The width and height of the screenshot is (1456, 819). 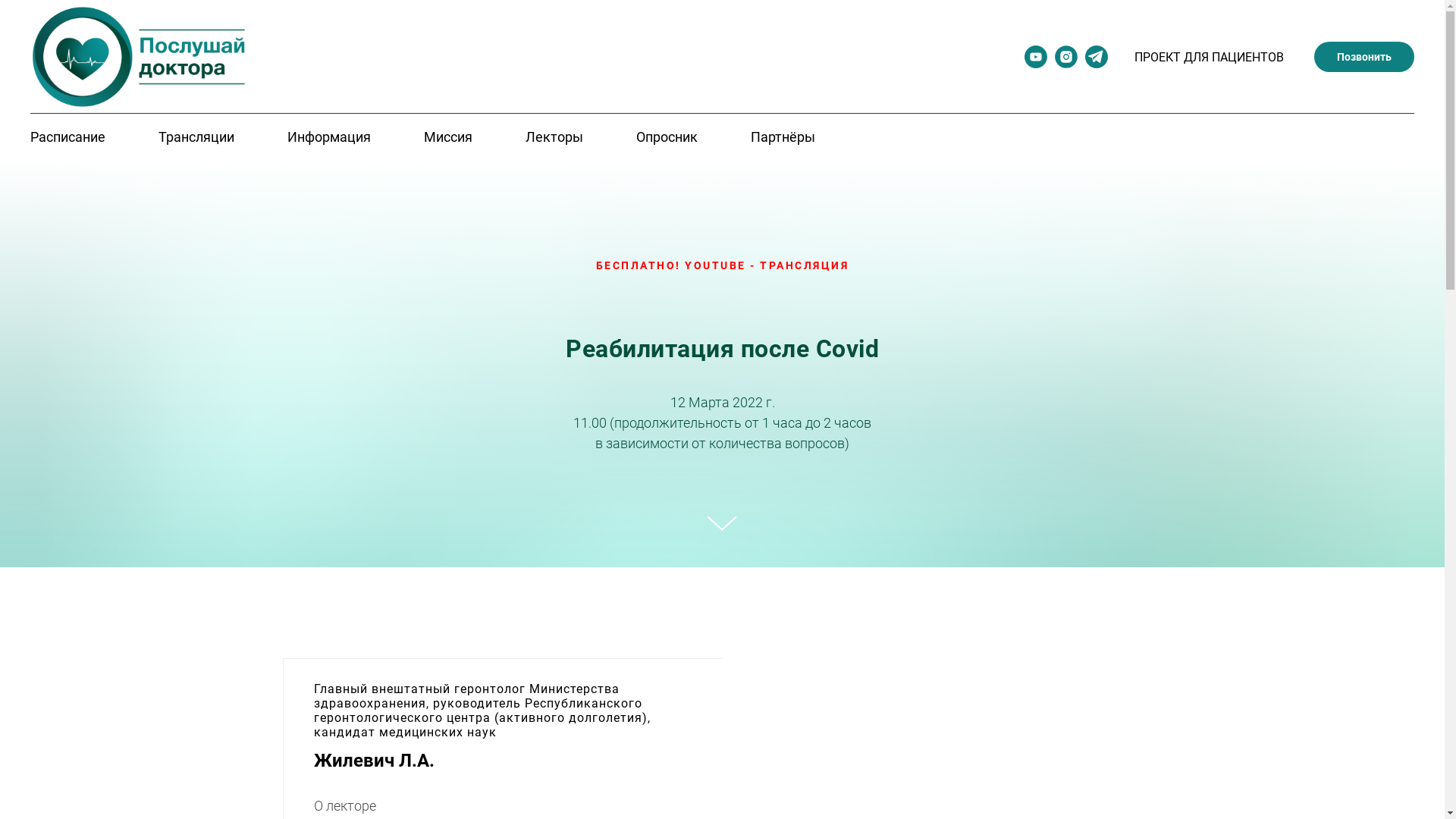 What do you see at coordinates (1096, 63) in the screenshot?
I see `'Telegram'` at bounding box center [1096, 63].